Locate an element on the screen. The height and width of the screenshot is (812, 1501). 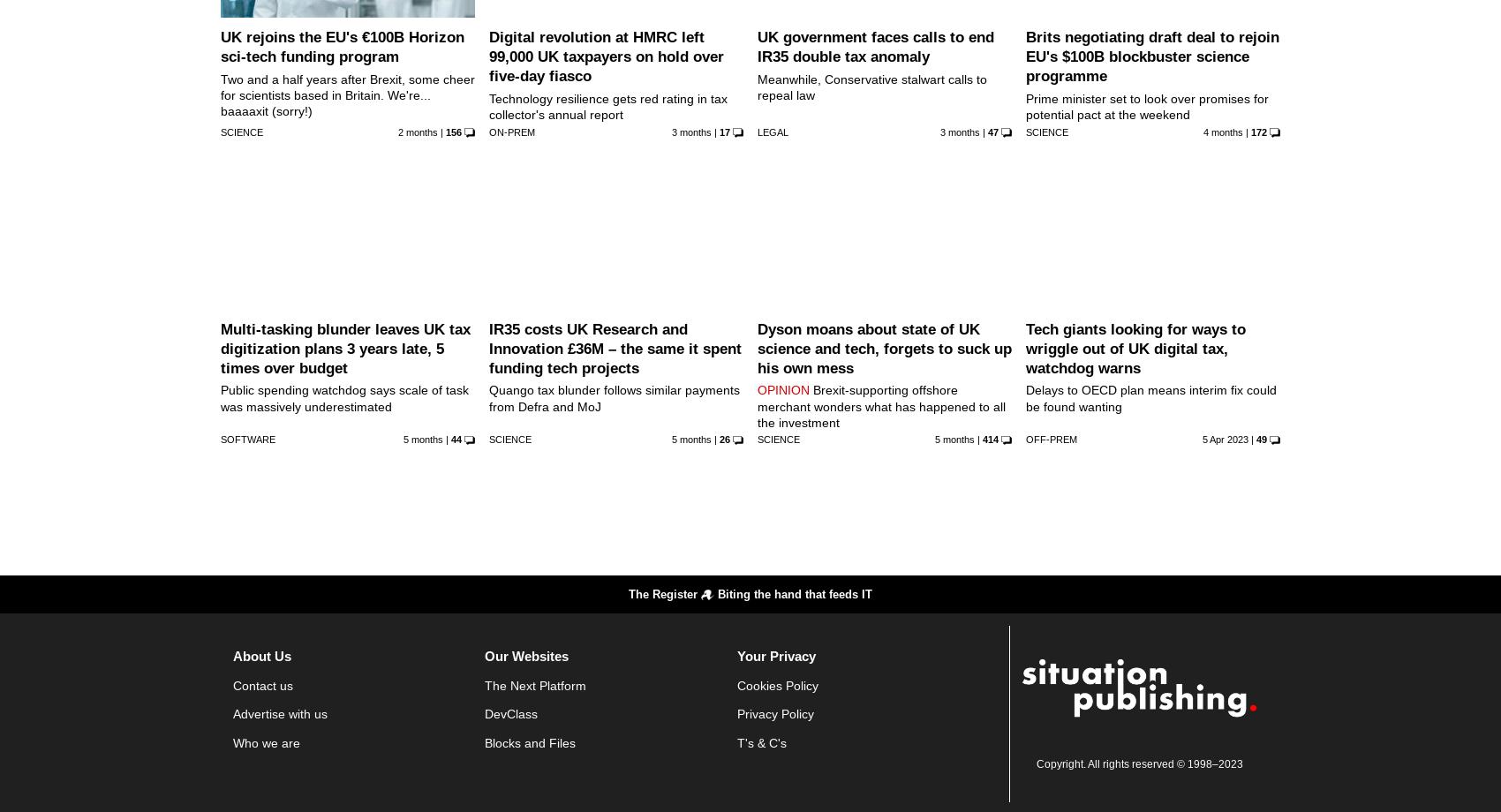
'T's & C's' is located at coordinates (761, 741).